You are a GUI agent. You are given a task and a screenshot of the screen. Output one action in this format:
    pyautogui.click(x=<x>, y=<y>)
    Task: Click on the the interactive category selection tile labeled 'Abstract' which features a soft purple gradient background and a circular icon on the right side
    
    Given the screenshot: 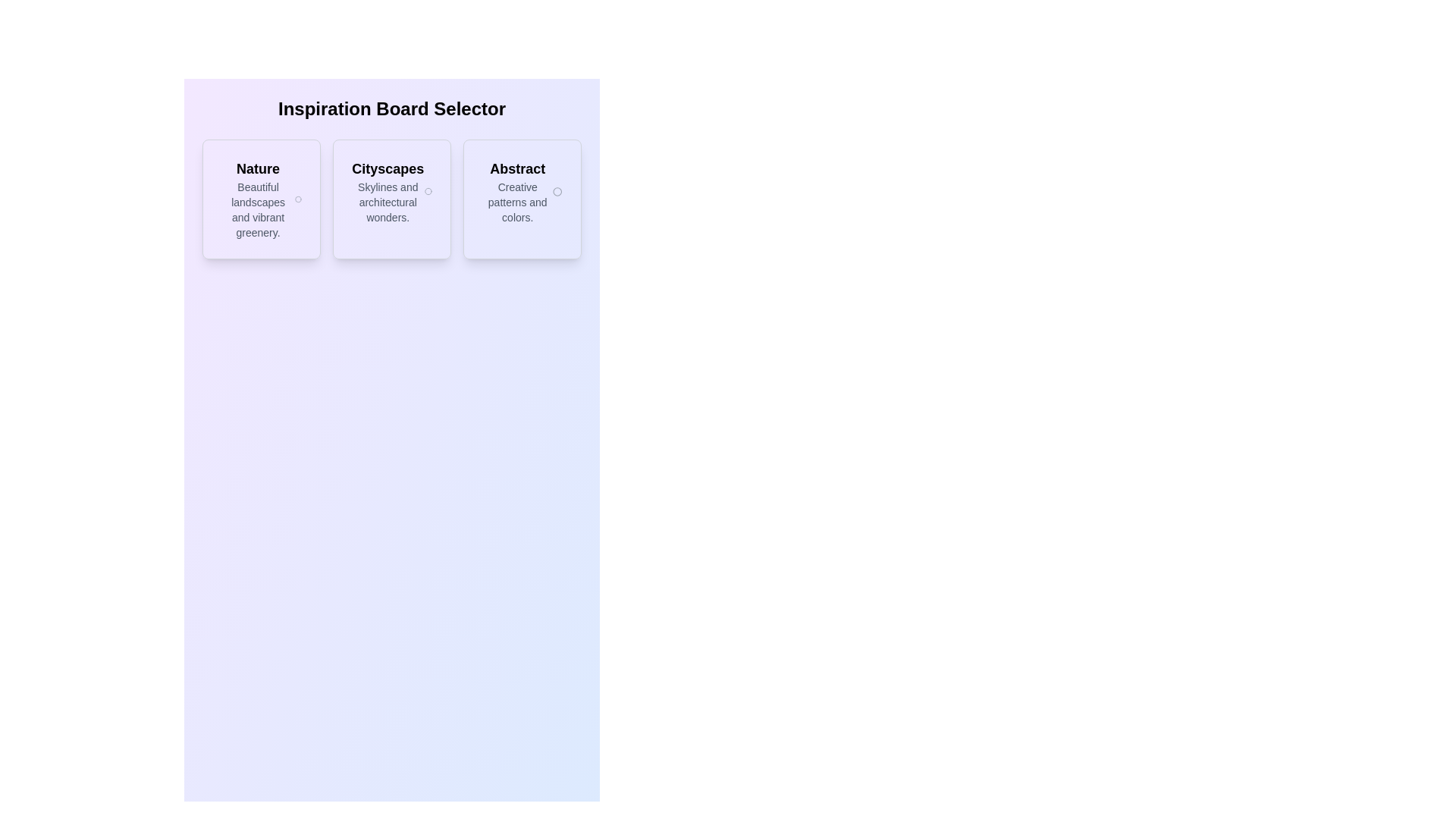 What is the action you would take?
    pyautogui.click(x=522, y=198)
    